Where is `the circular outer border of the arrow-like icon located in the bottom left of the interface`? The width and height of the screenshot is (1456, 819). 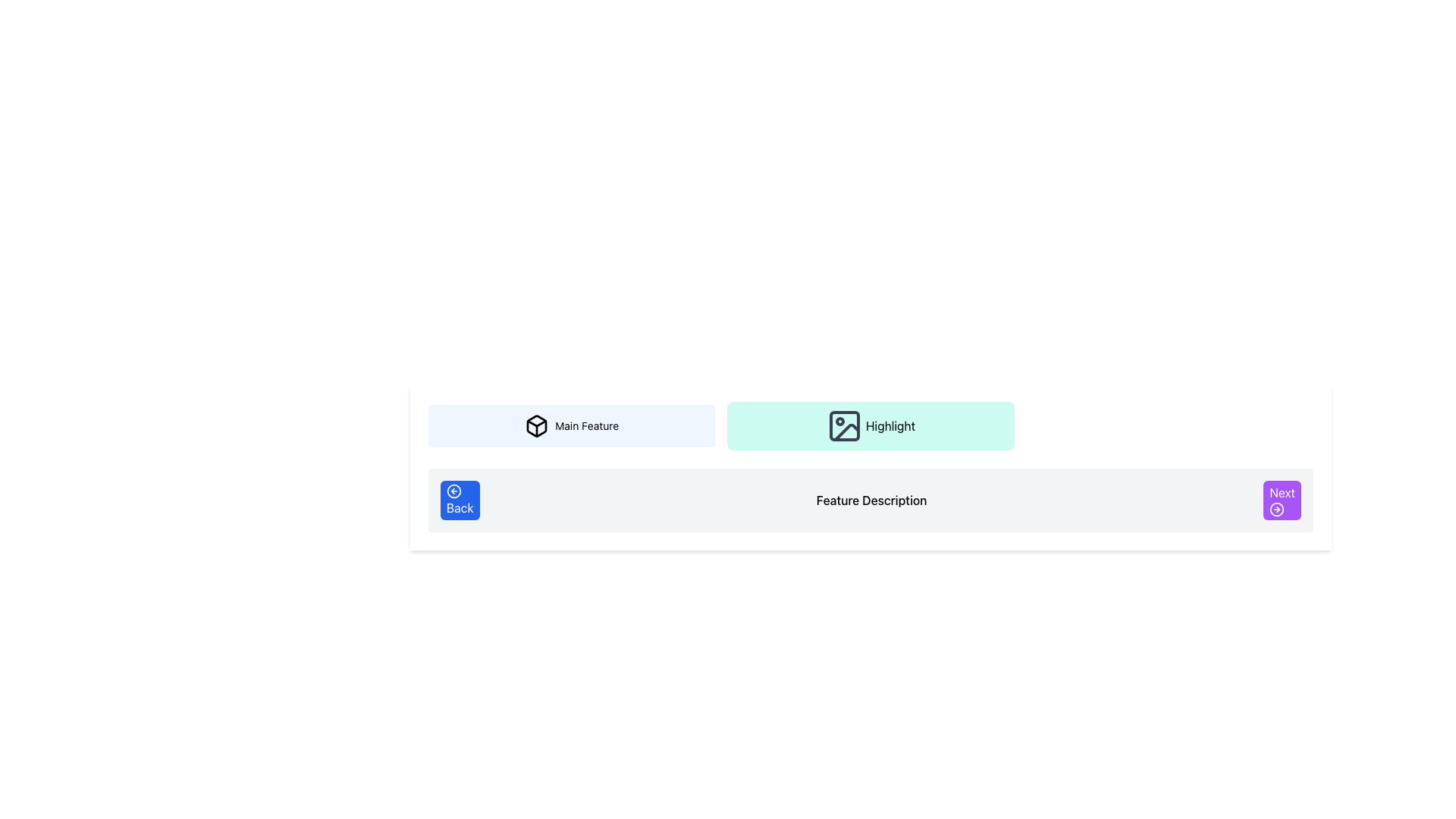
the circular outer border of the arrow-like icon located in the bottom left of the interface is located at coordinates (453, 491).